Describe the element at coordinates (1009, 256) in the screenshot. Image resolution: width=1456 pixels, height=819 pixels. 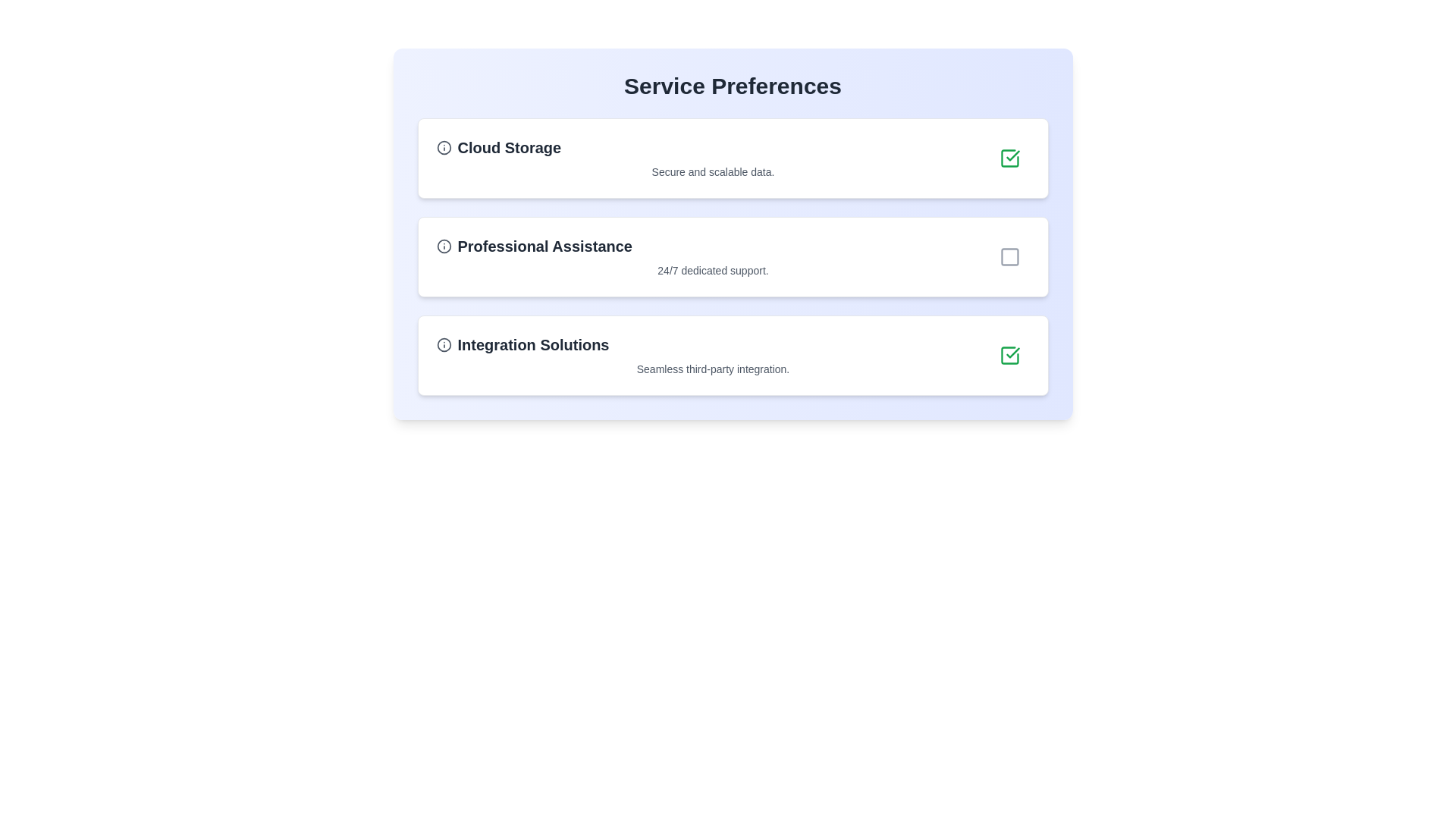
I see `the rounded square button with a gray border located to the right of the text 'Professional Assistance' in the second row of the 'Service Preferences' section` at that location.